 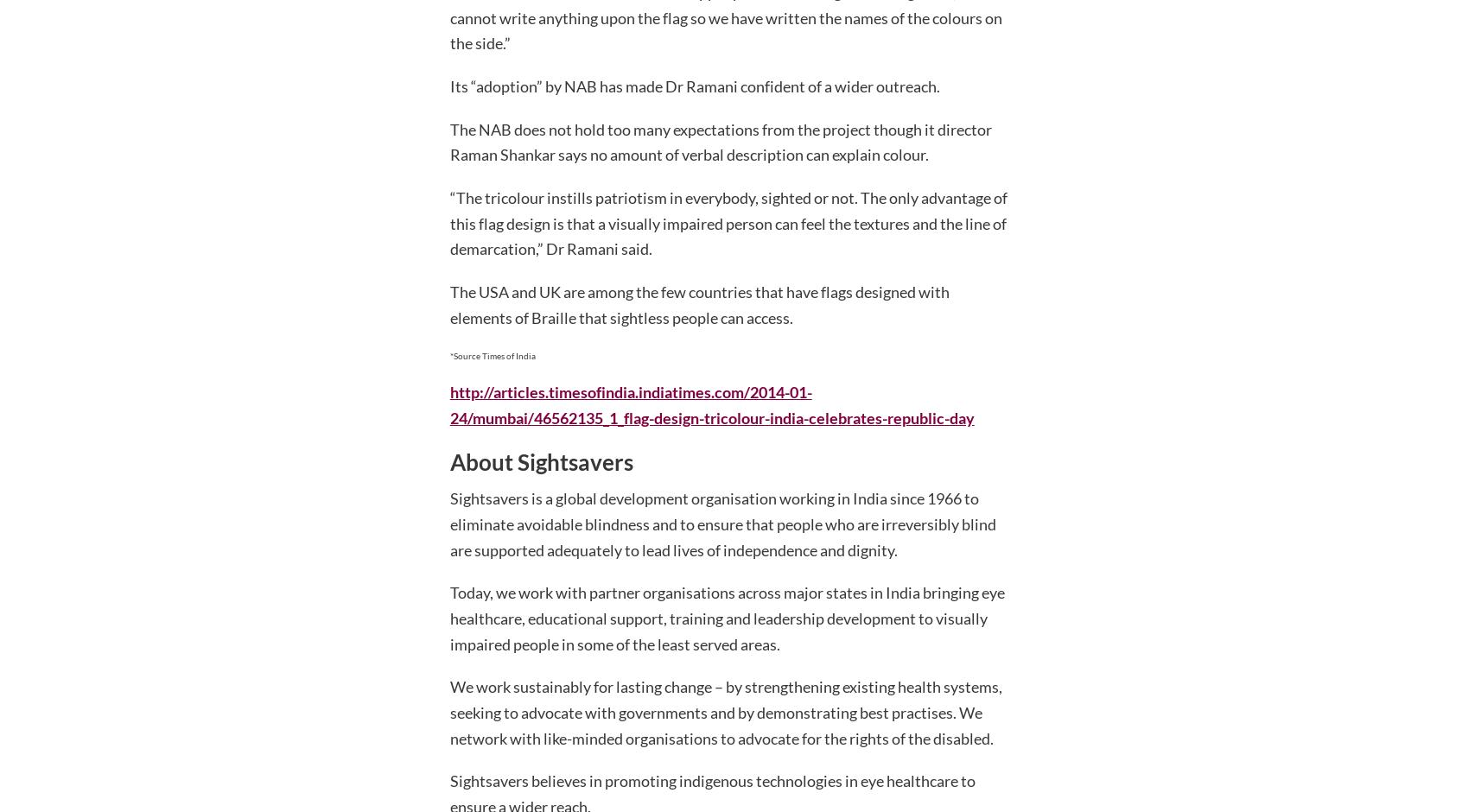 I want to click on 'The NAB does not hold too many expectations from the project though it director Raman Shankar says no amount of verbal description can explain colour.', so click(x=720, y=142).